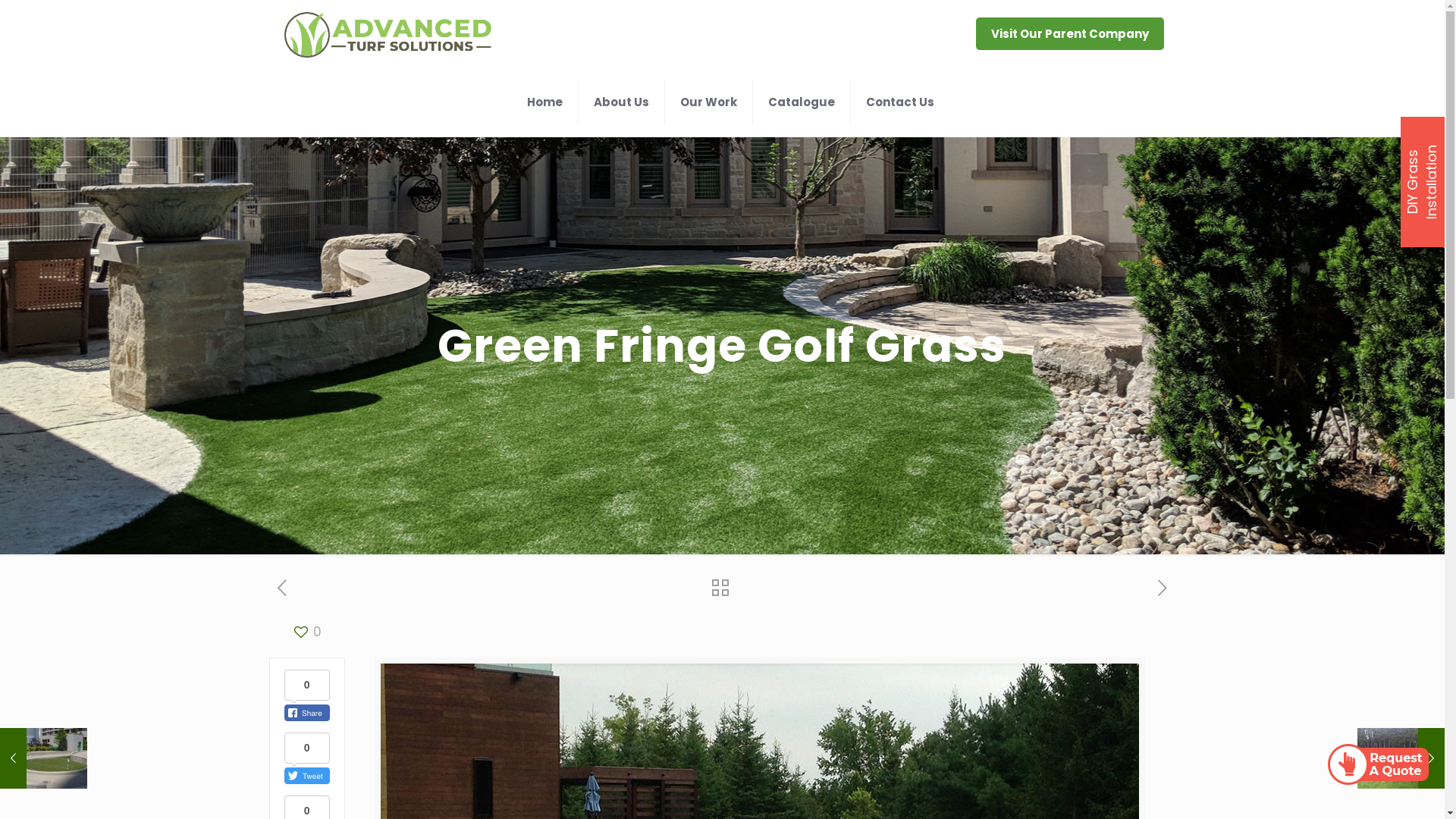  I want to click on 'Visit Our Parent Company', so click(1069, 33).